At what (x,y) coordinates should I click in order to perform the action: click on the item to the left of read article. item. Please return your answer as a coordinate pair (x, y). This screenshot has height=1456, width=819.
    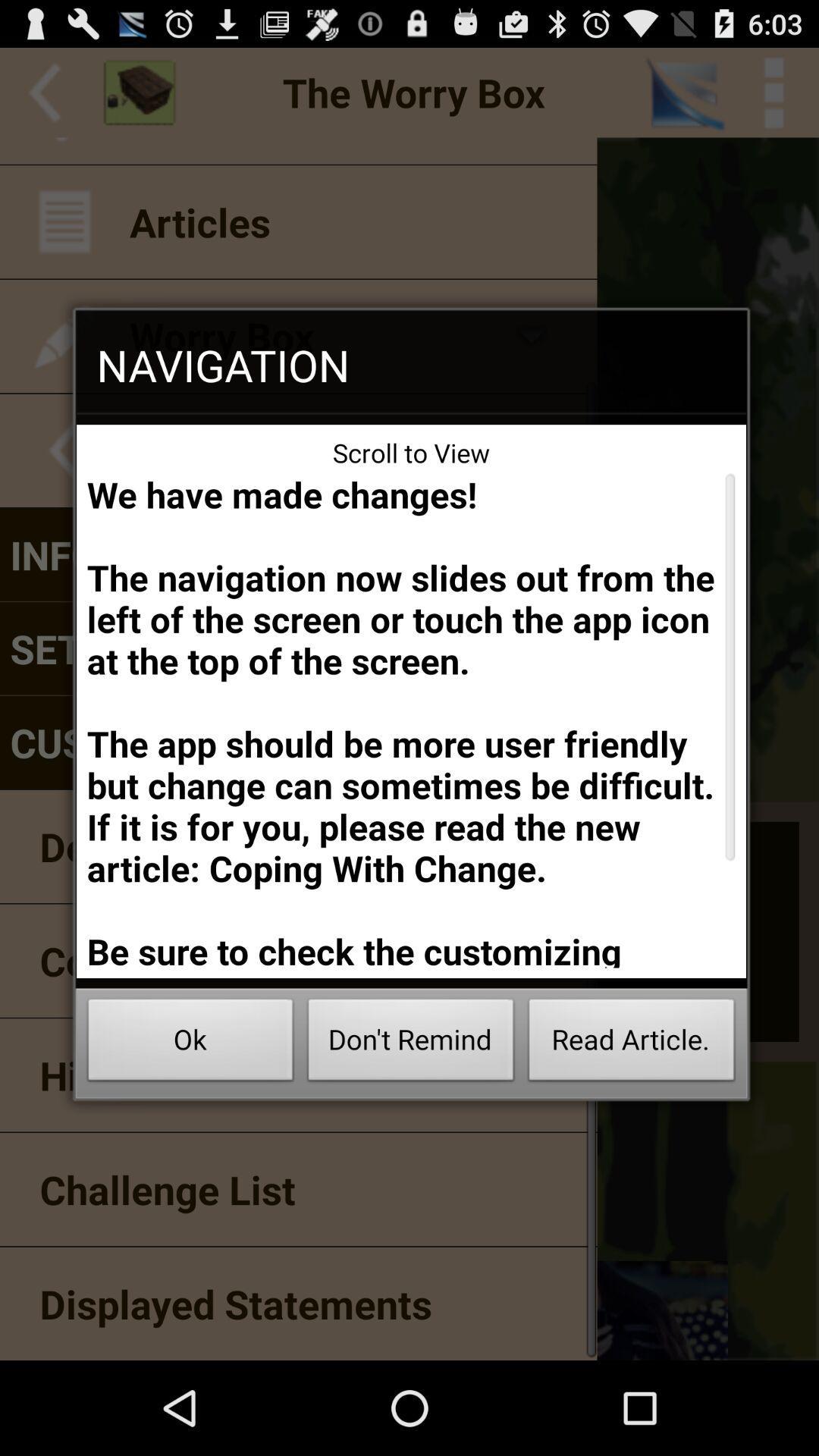
    Looking at the image, I should click on (411, 1043).